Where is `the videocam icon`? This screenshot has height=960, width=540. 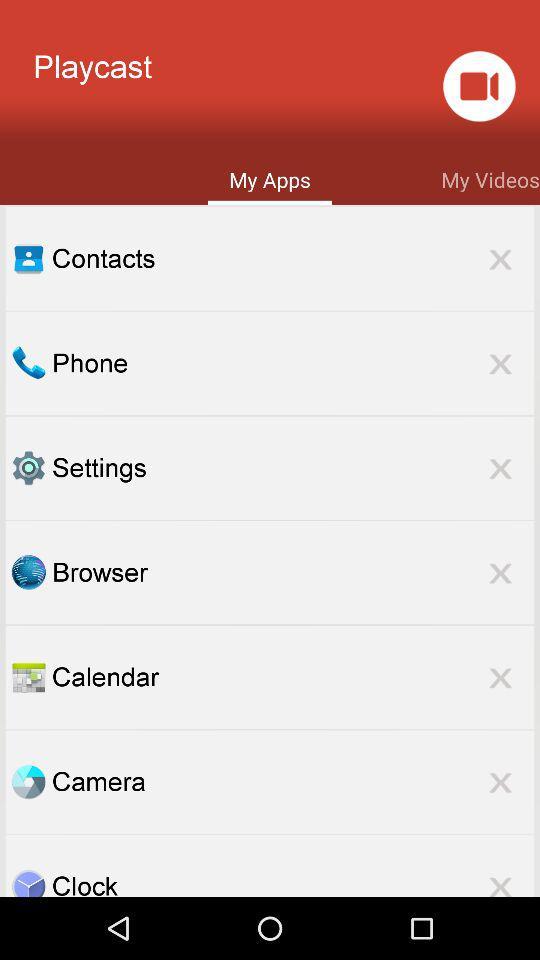 the videocam icon is located at coordinates (478, 92).